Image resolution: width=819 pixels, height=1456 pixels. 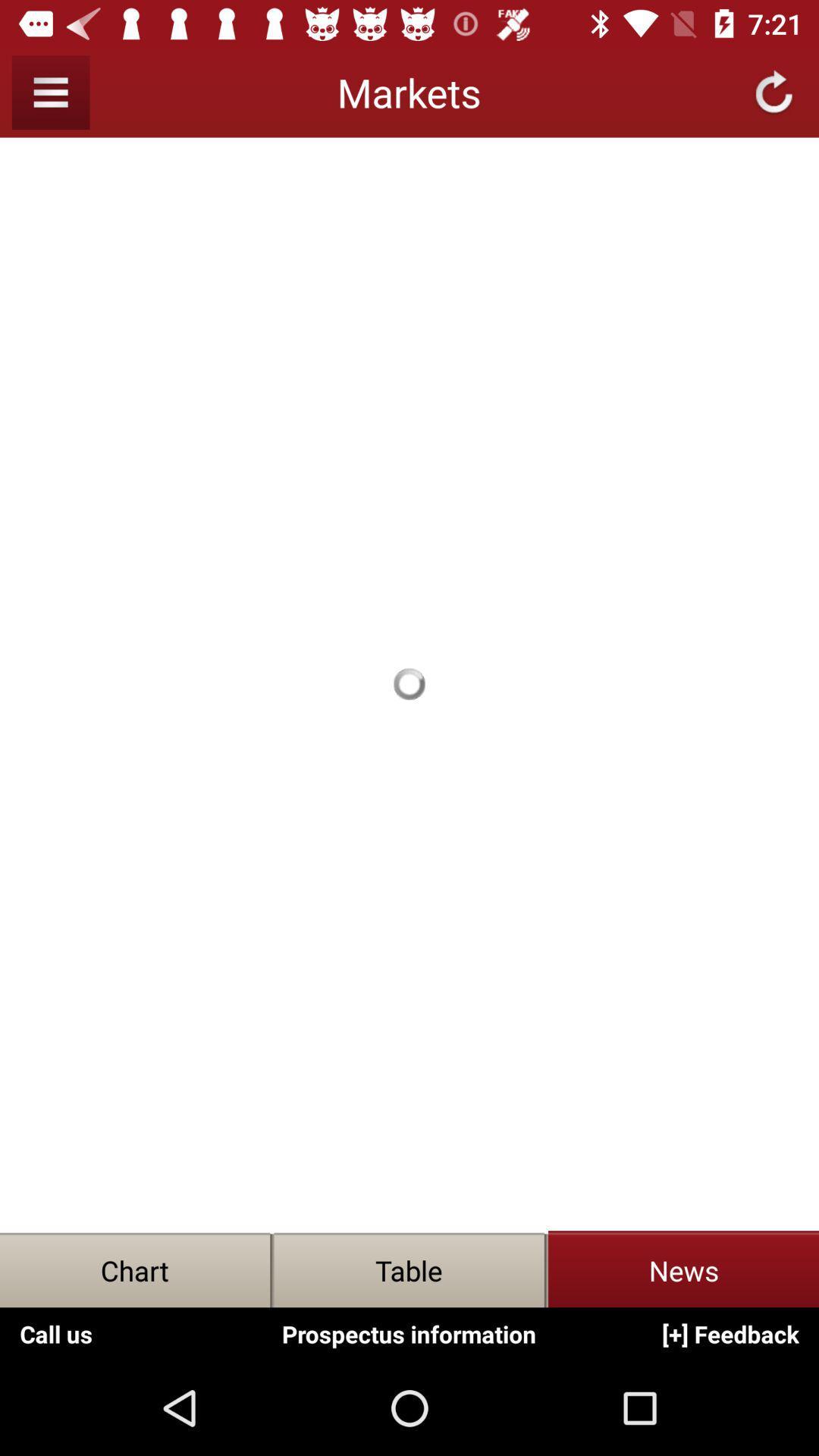 What do you see at coordinates (55, 1333) in the screenshot?
I see `the option call us which is on the bottom left corner of the screen` at bounding box center [55, 1333].